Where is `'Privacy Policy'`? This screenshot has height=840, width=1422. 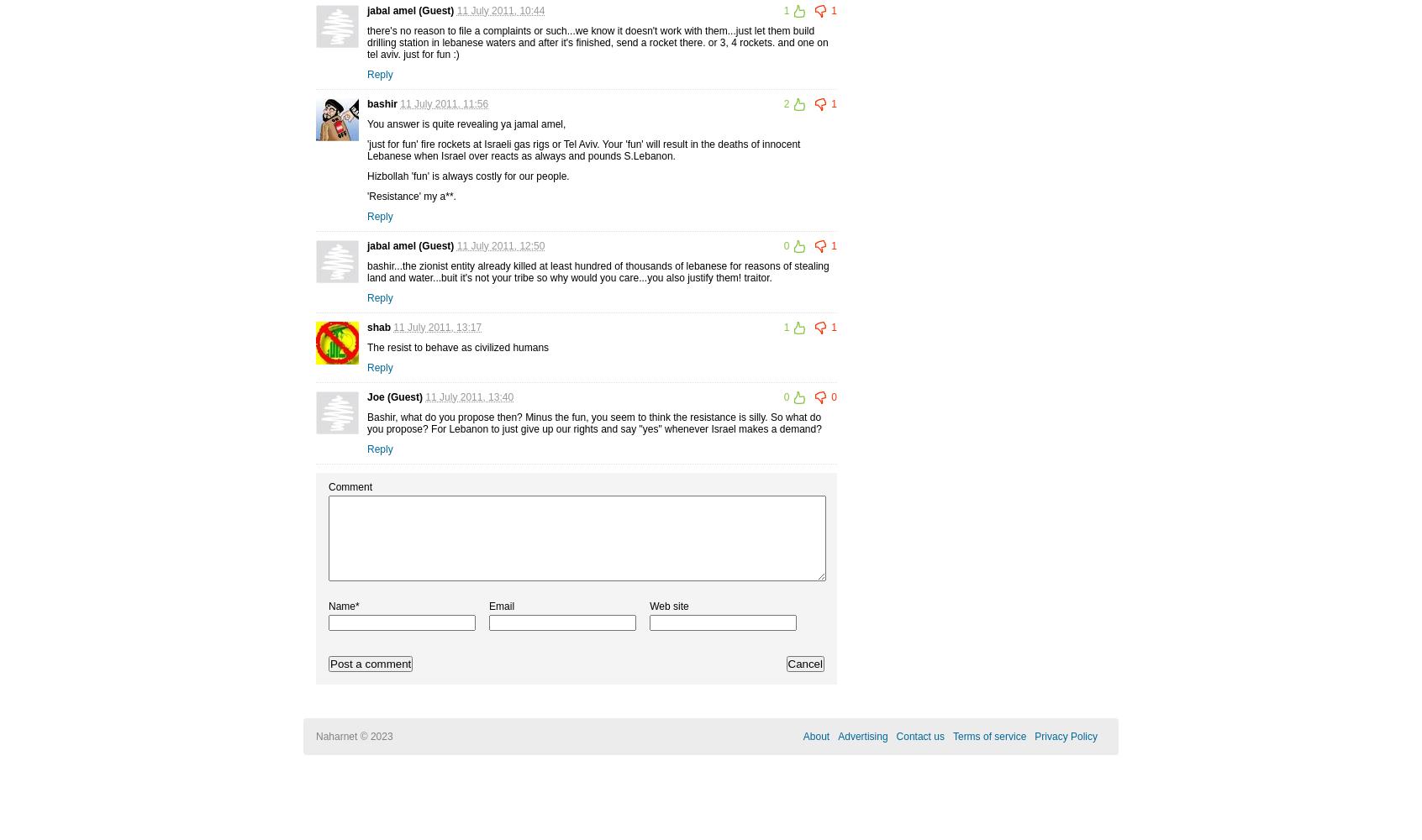
'Privacy Policy' is located at coordinates (1066, 736).